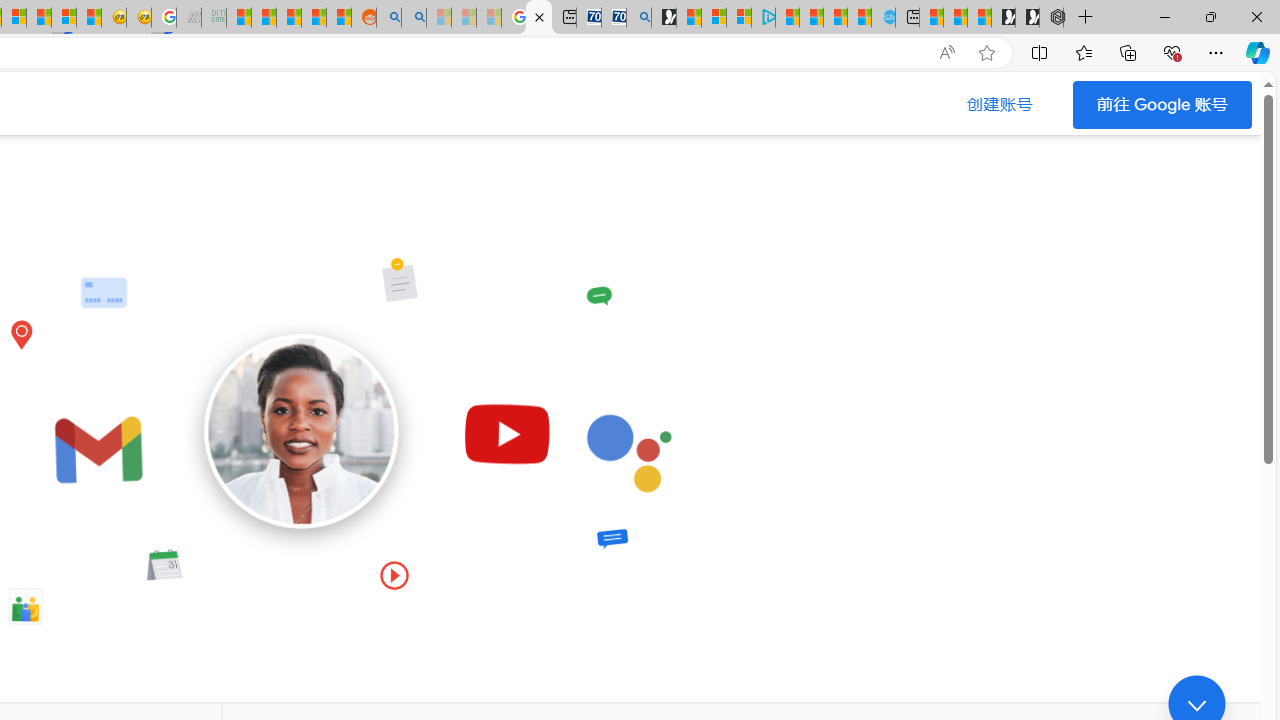 Image resolution: width=1280 pixels, height=720 pixels. Describe the element at coordinates (638, 17) in the screenshot. I see `'Bing Real Estate - Home sales and rental listings'` at that location.